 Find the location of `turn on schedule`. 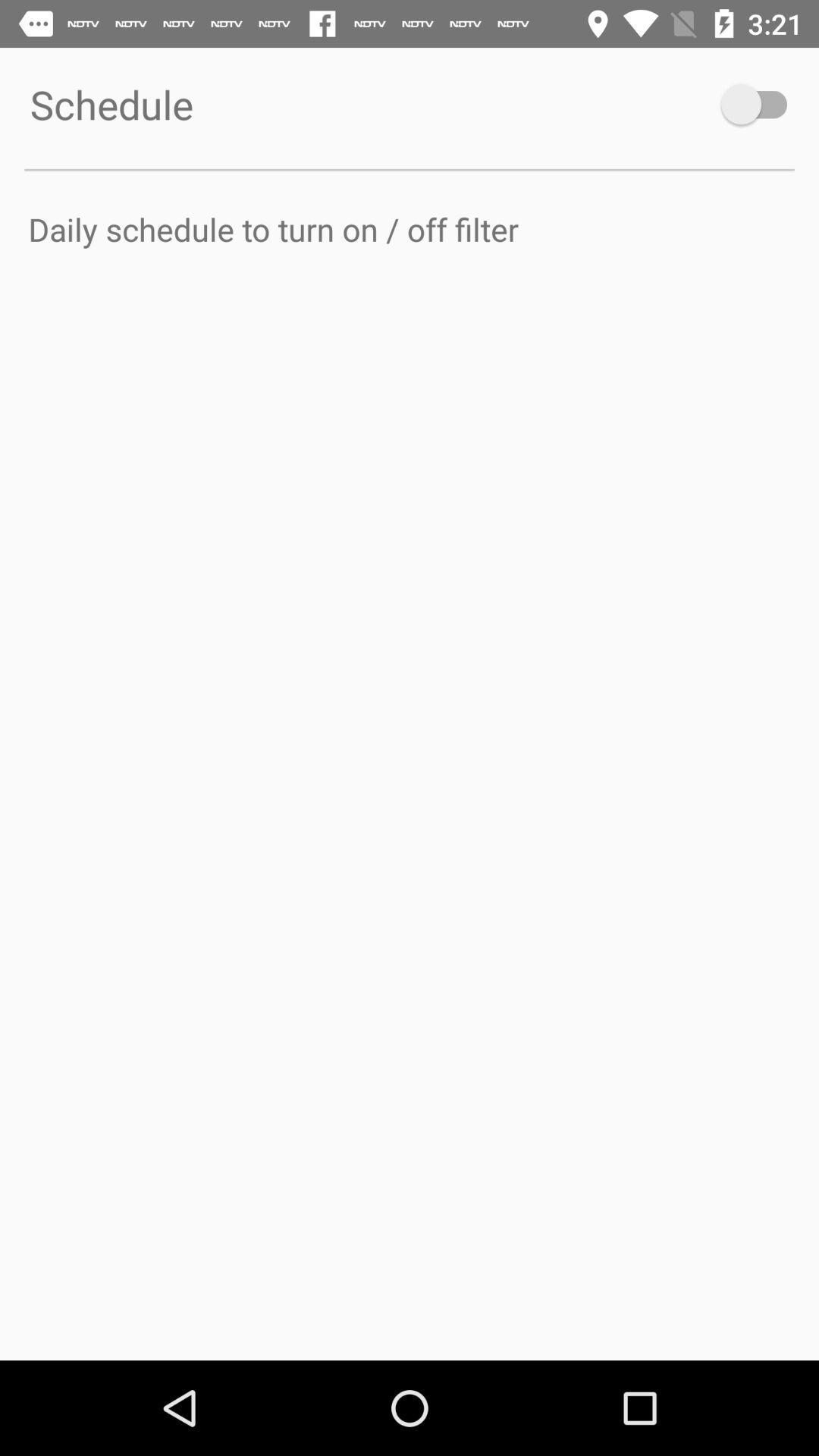

turn on schedule is located at coordinates (761, 103).